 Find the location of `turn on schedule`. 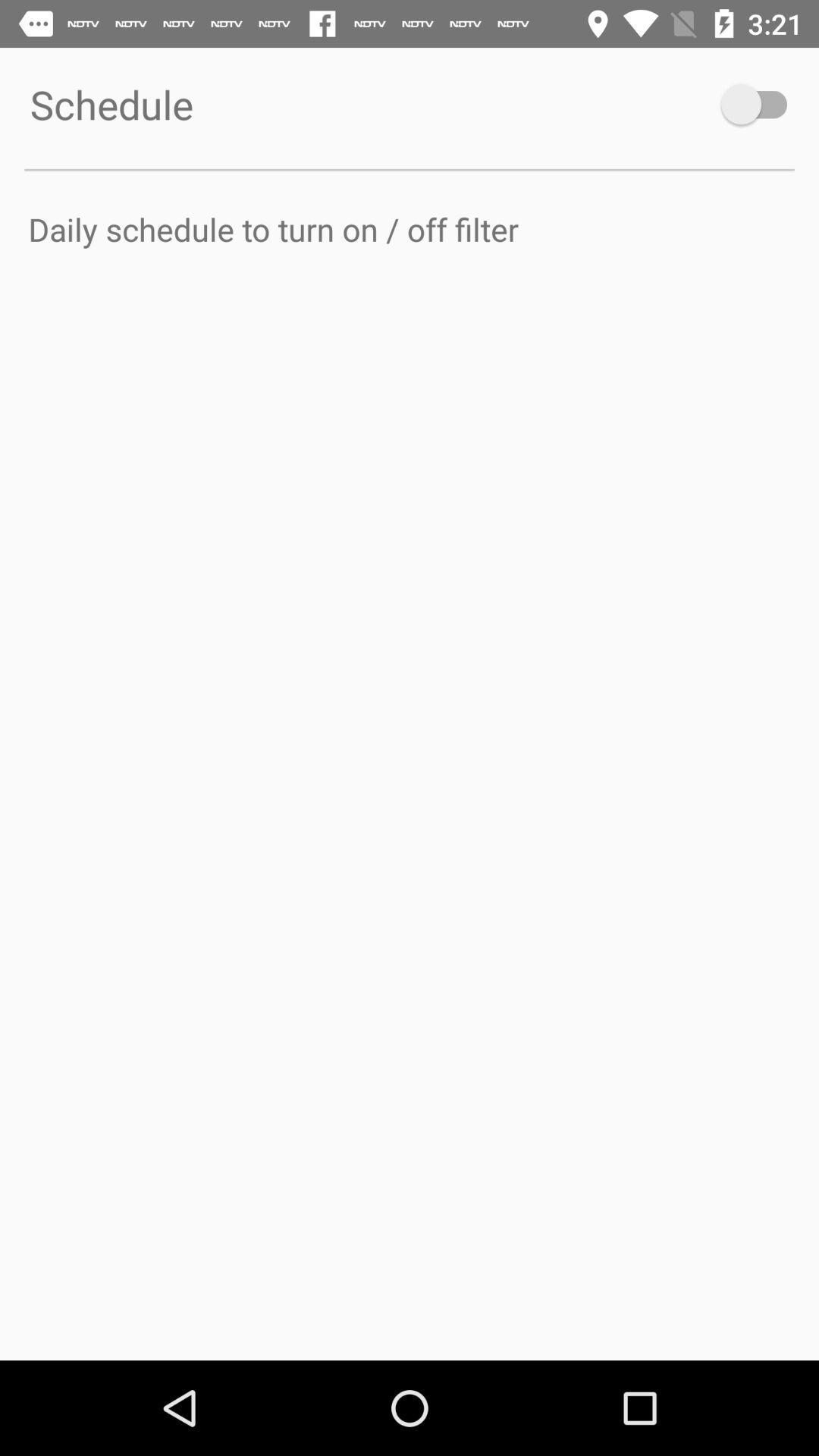

turn on schedule is located at coordinates (761, 103).